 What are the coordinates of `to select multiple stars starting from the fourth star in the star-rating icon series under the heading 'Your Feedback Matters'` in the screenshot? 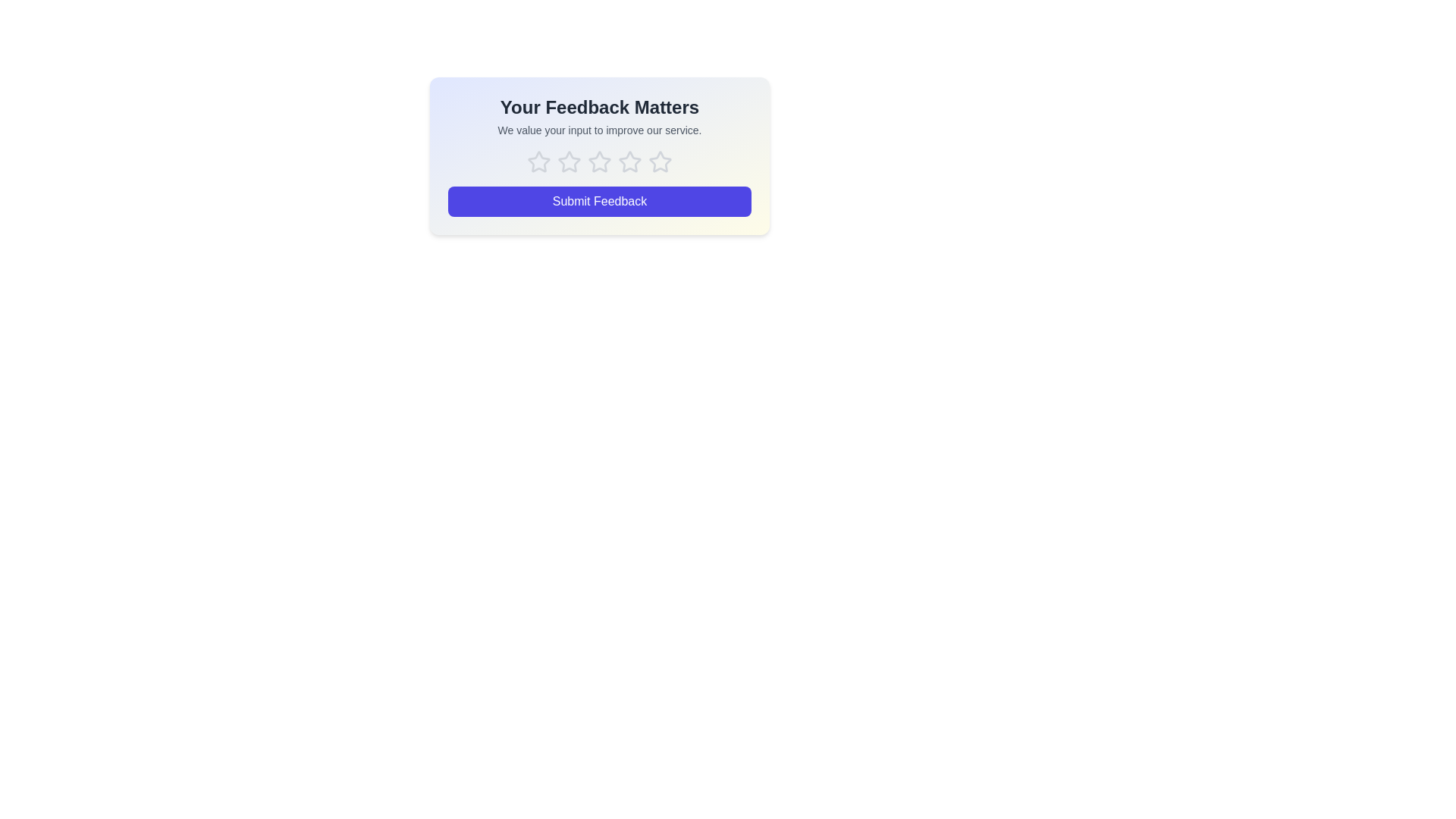 It's located at (599, 162).